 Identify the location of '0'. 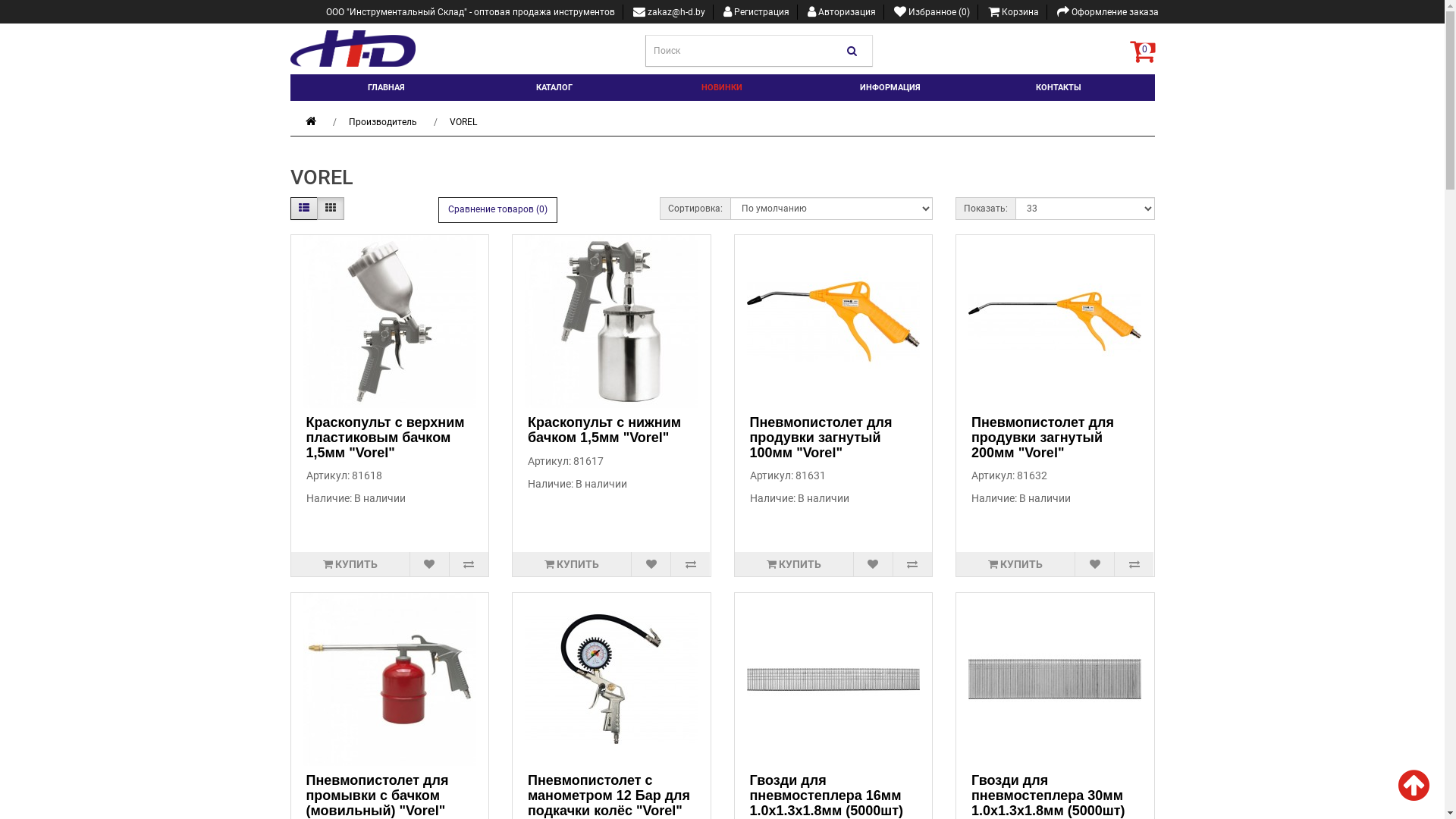
(1142, 49).